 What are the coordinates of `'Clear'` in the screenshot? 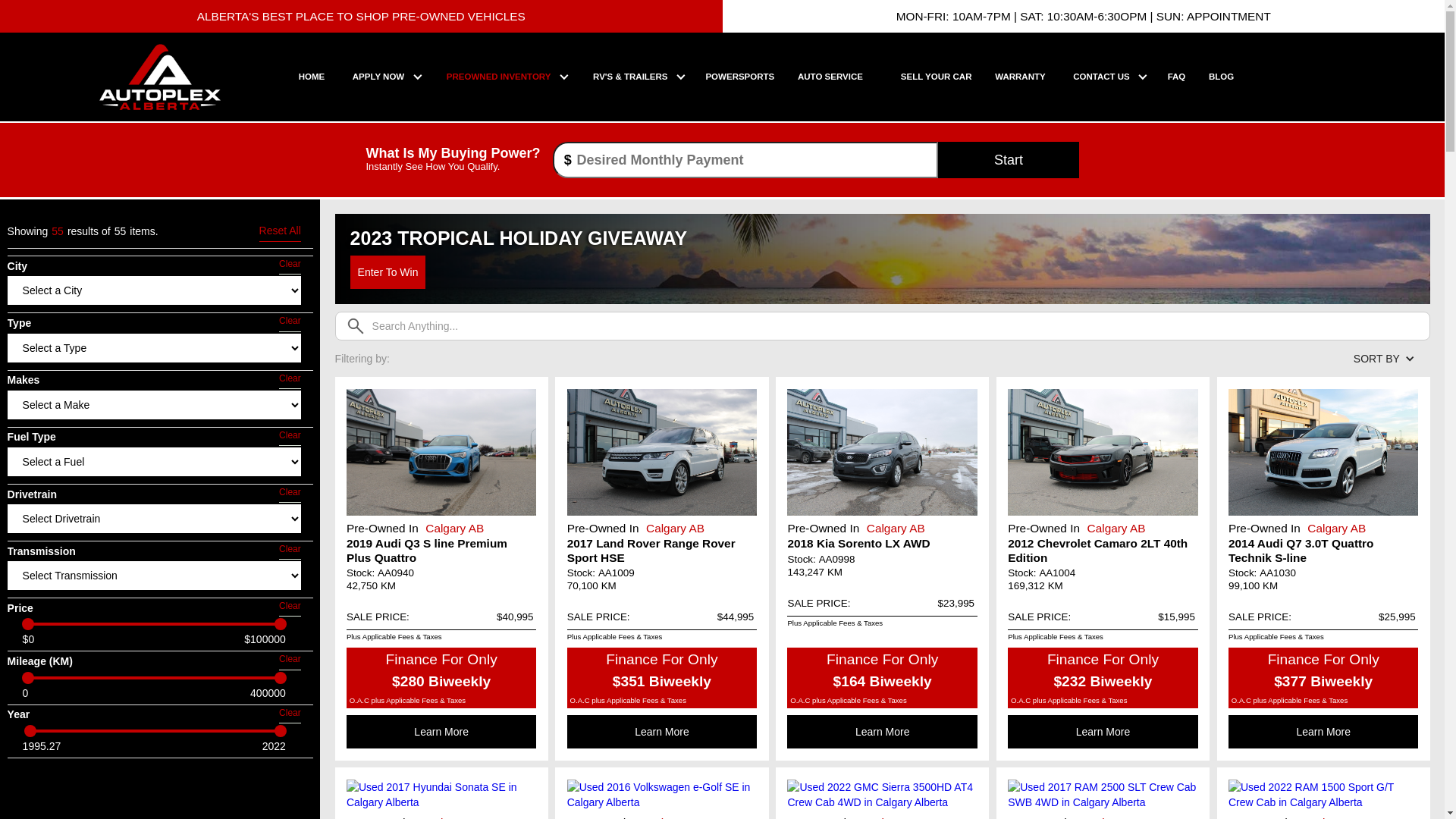 It's located at (290, 436).